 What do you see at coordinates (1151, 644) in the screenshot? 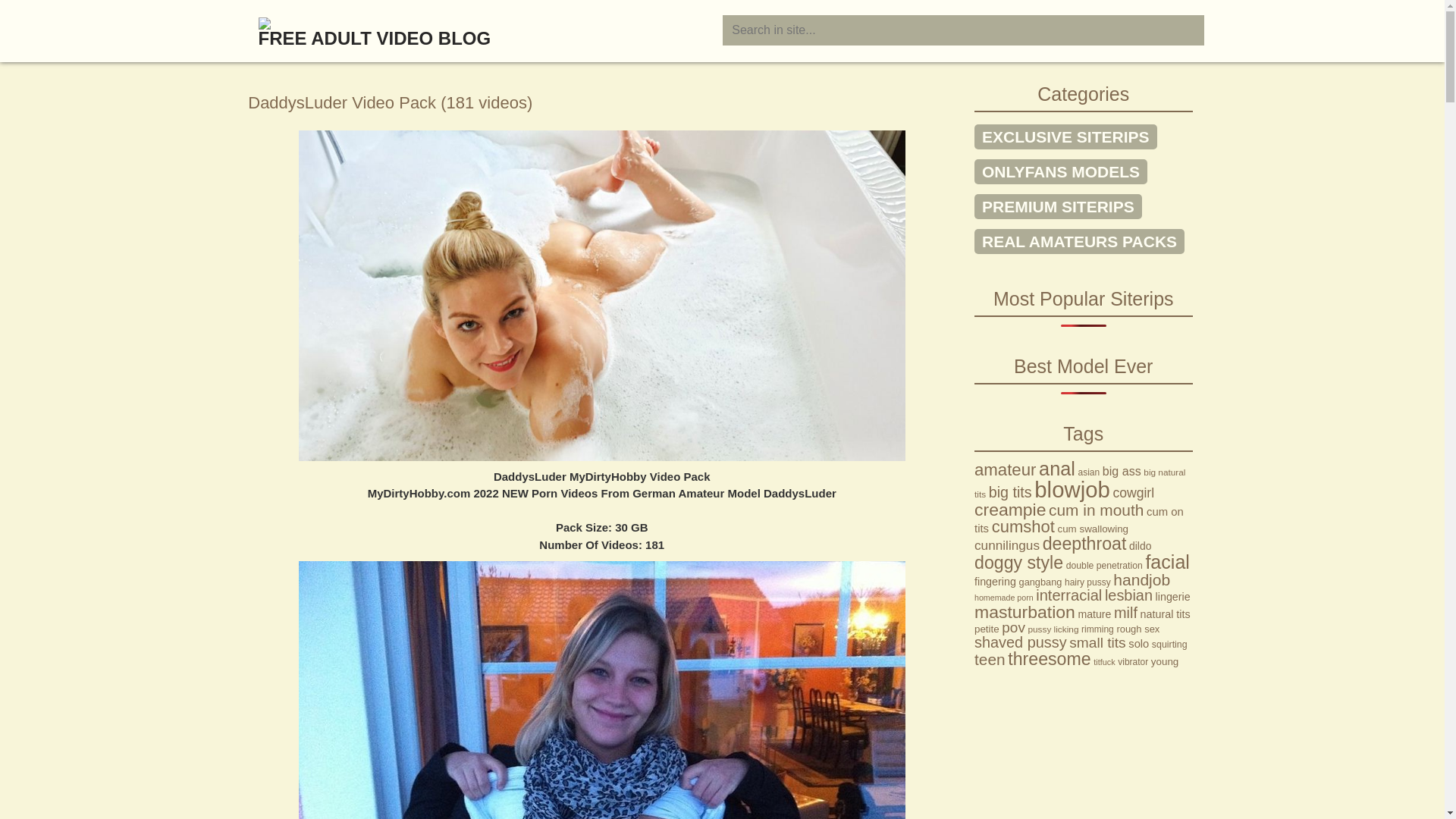
I see `'squirting'` at bounding box center [1151, 644].